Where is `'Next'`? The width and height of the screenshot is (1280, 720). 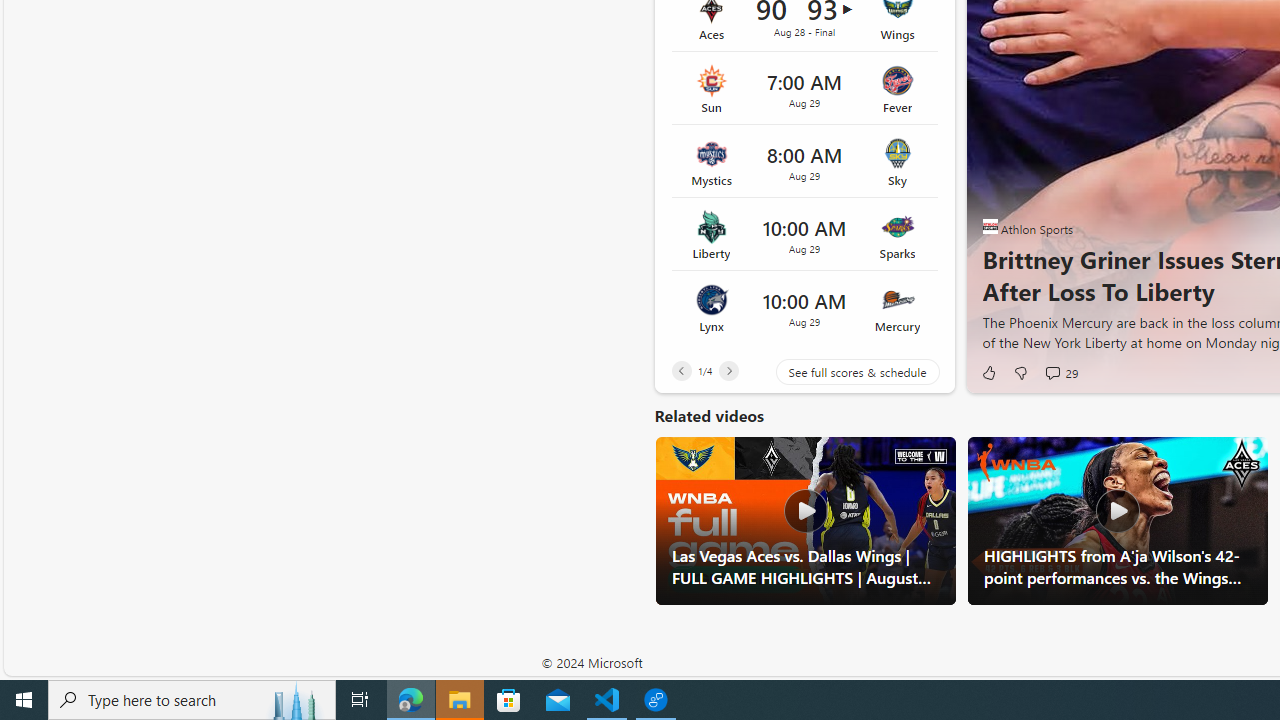 'Next' is located at coordinates (727, 370).